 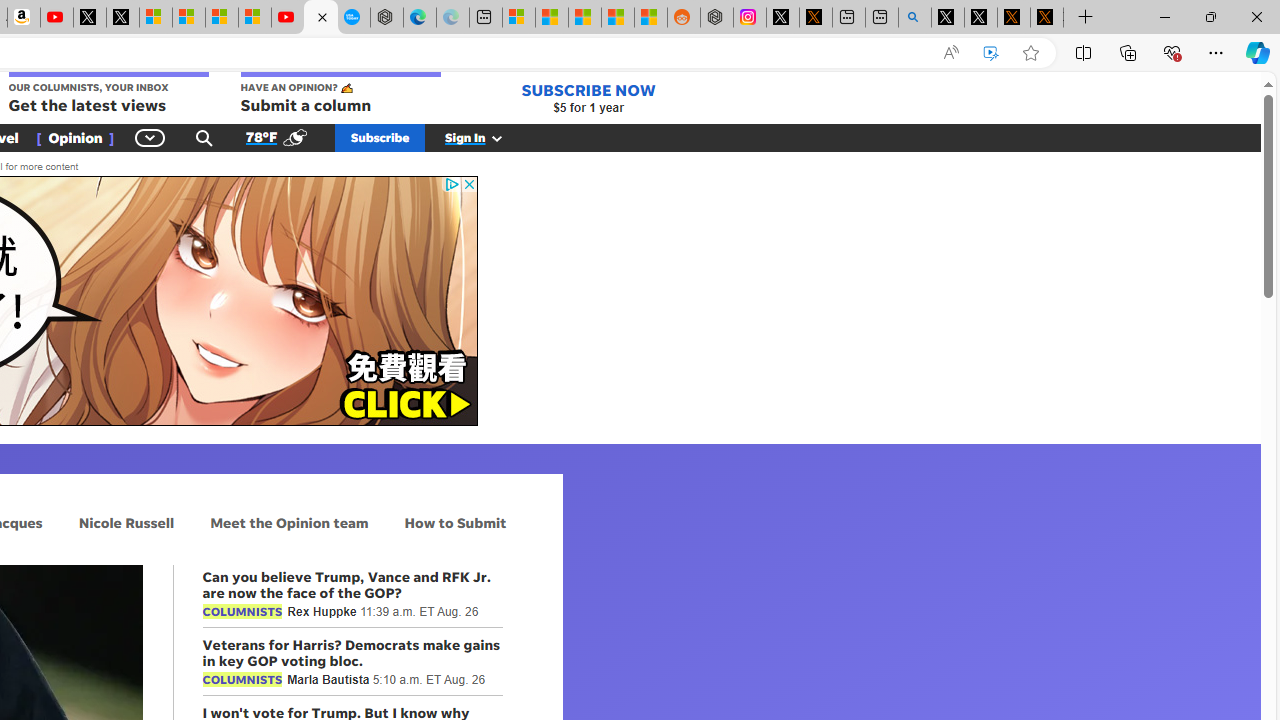 What do you see at coordinates (991, 52) in the screenshot?
I see `'Enhance video'` at bounding box center [991, 52].